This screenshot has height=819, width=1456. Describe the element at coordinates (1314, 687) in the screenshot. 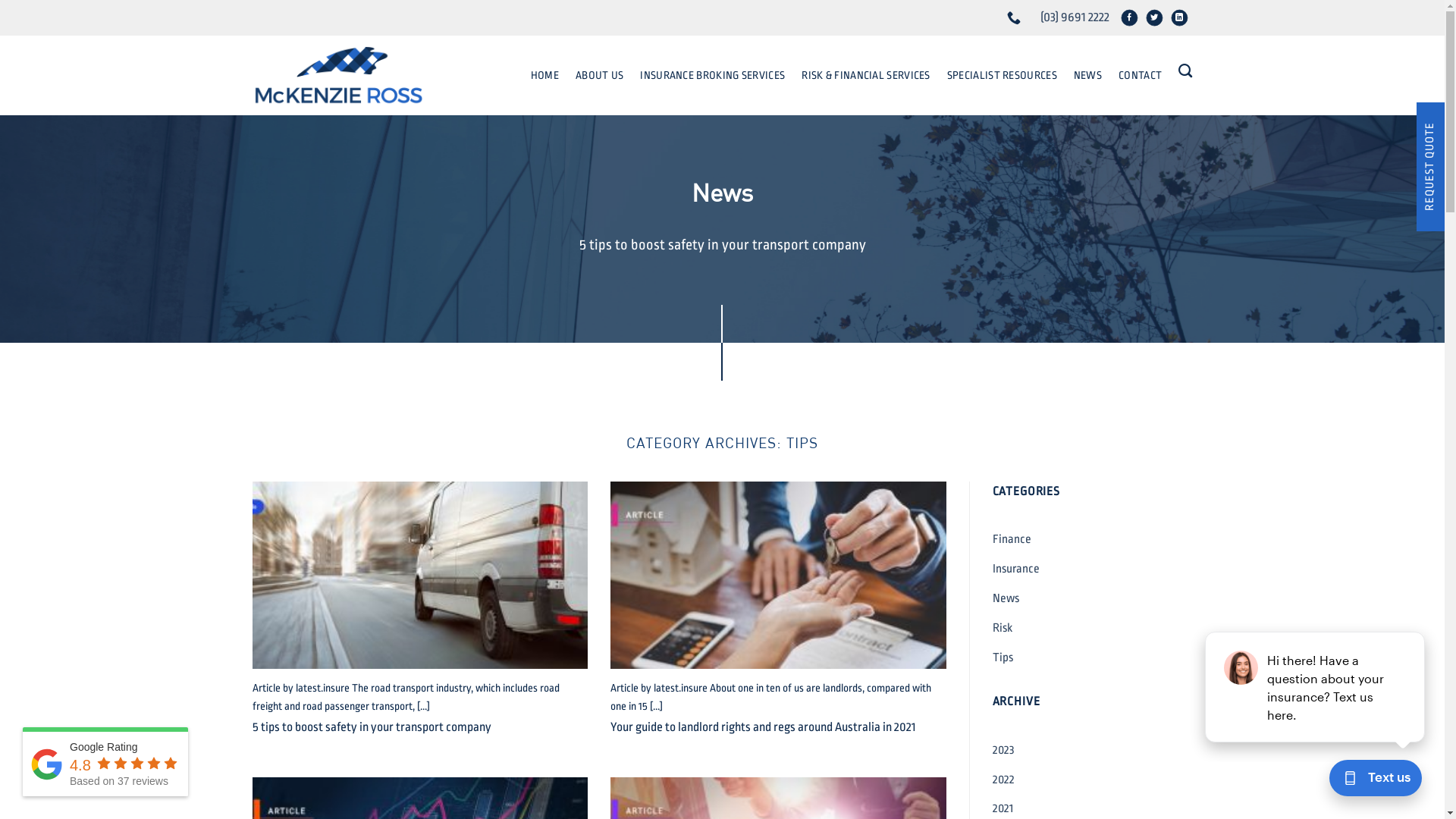

I see `'podium webchat widget prompt'` at that location.